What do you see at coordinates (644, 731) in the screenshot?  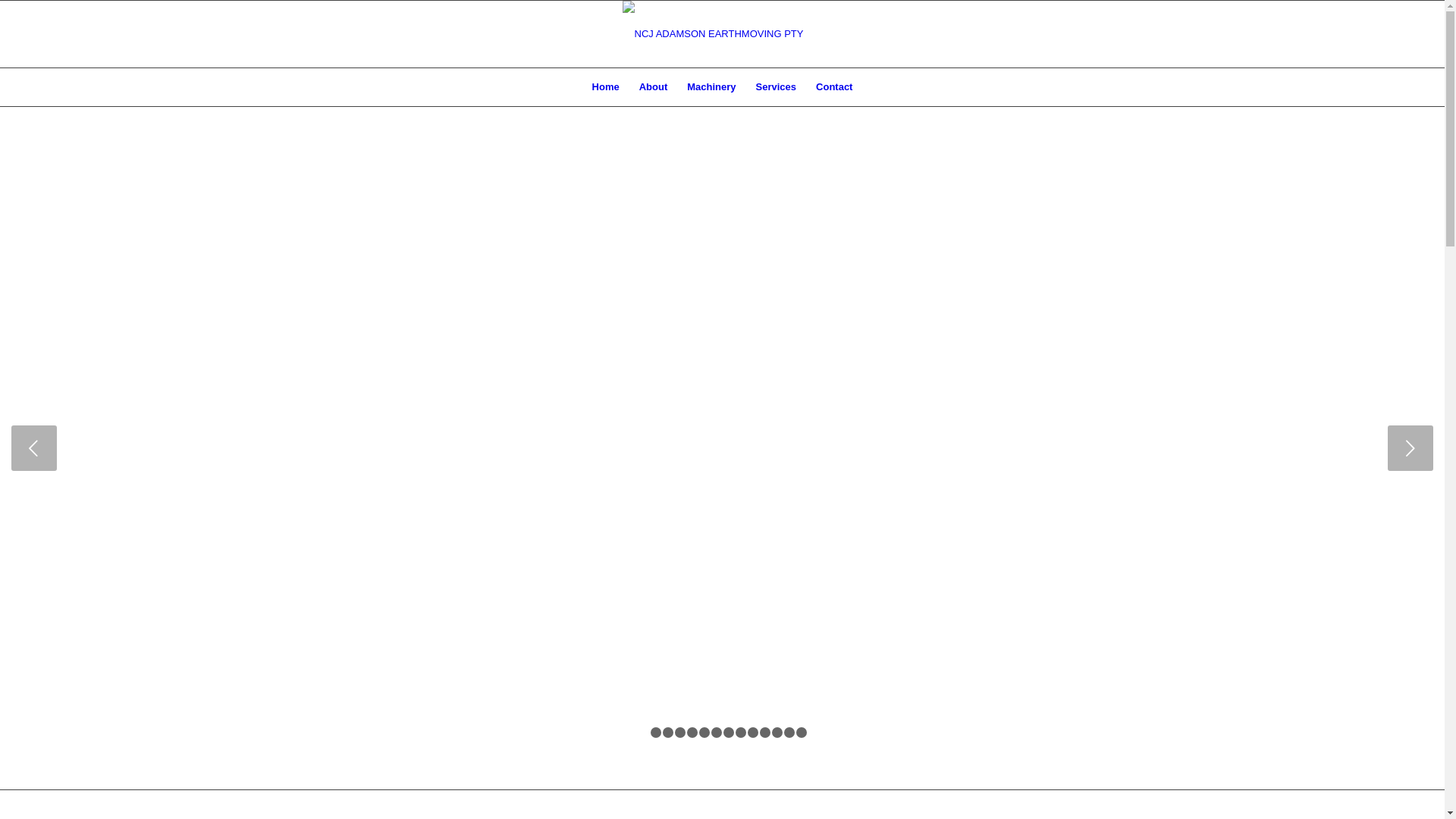 I see `'1'` at bounding box center [644, 731].